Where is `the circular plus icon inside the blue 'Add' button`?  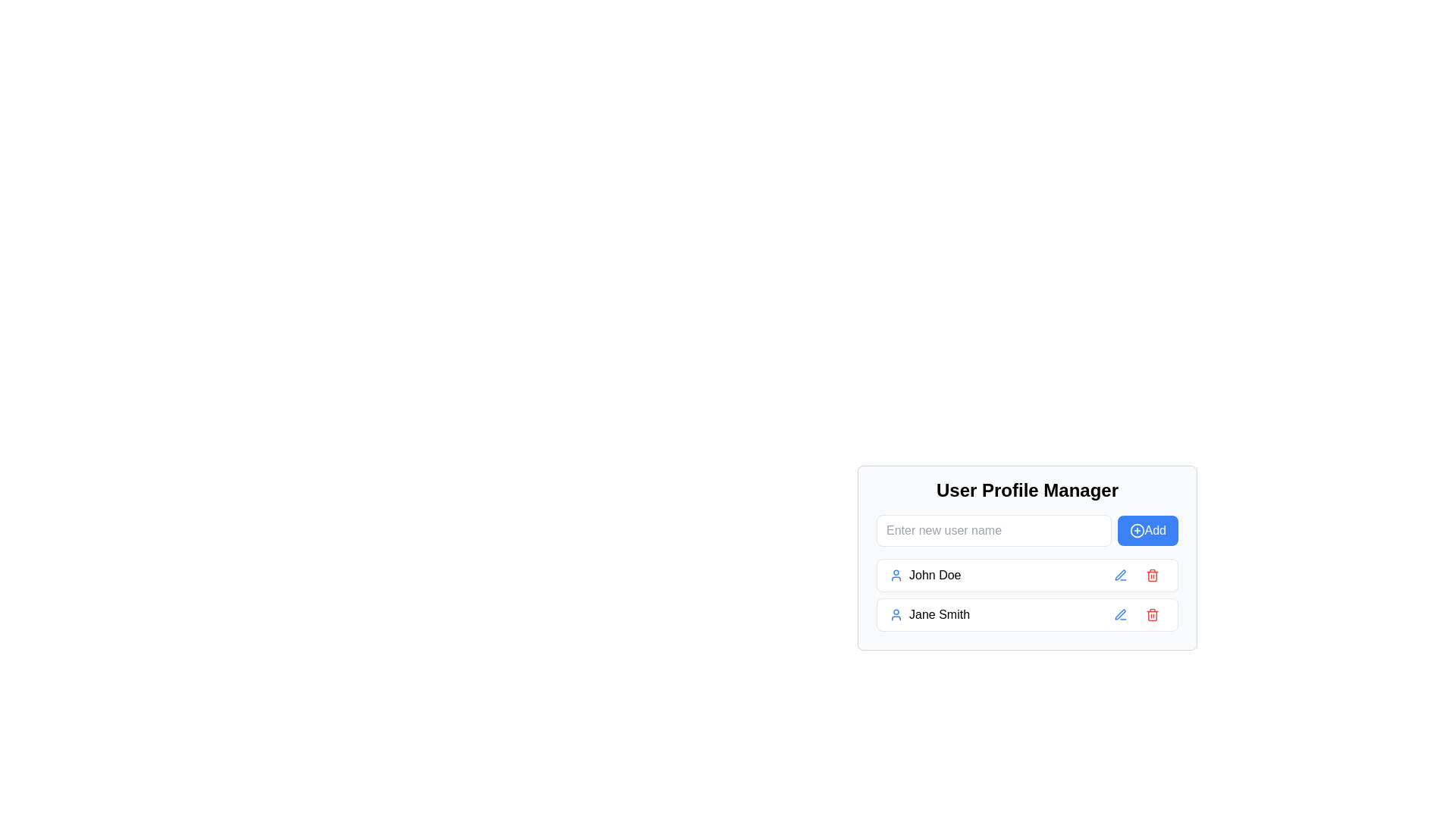 the circular plus icon inside the blue 'Add' button is located at coordinates (1136, 529).